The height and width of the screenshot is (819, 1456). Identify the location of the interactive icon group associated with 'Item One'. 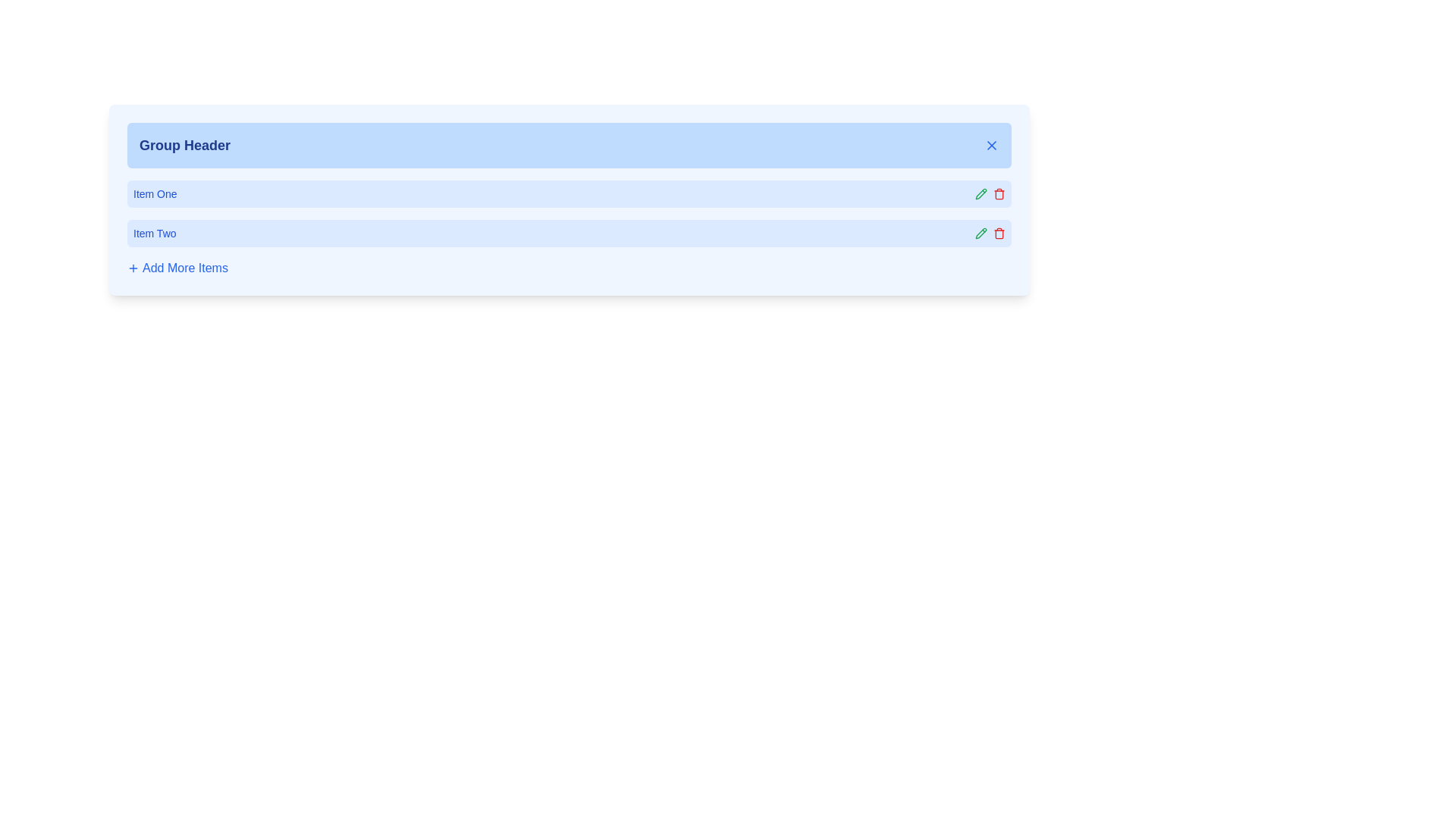
(990, 193).